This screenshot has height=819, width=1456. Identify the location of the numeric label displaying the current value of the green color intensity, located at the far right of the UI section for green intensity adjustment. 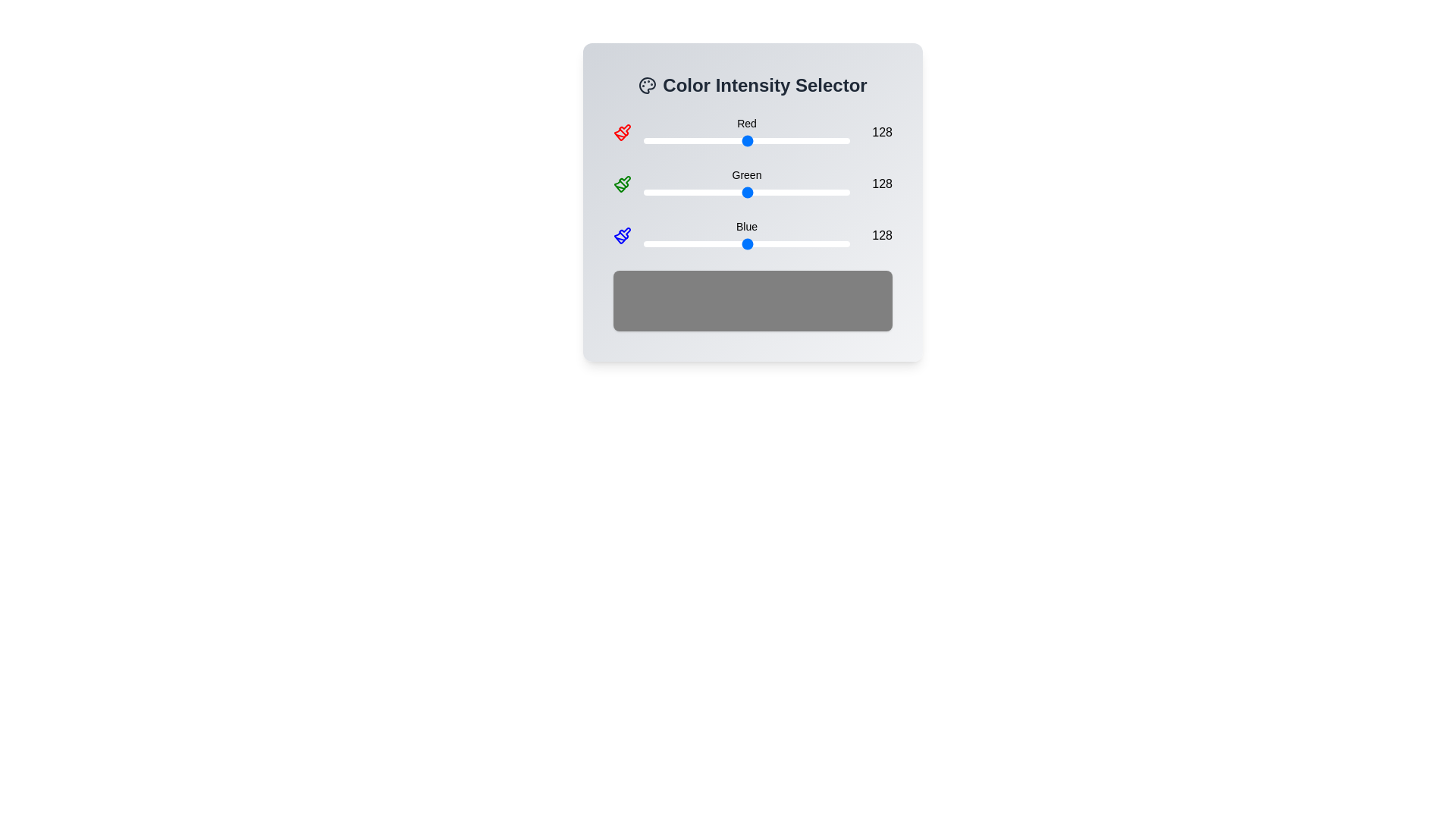
(877, 184).